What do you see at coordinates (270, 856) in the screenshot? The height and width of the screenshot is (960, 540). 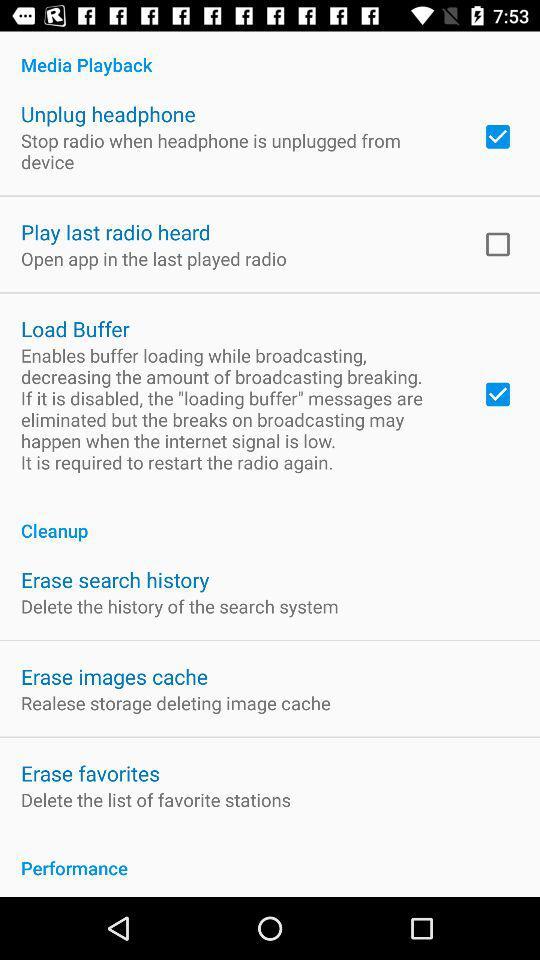 I see `the performance` at bounding box center [270, 856].